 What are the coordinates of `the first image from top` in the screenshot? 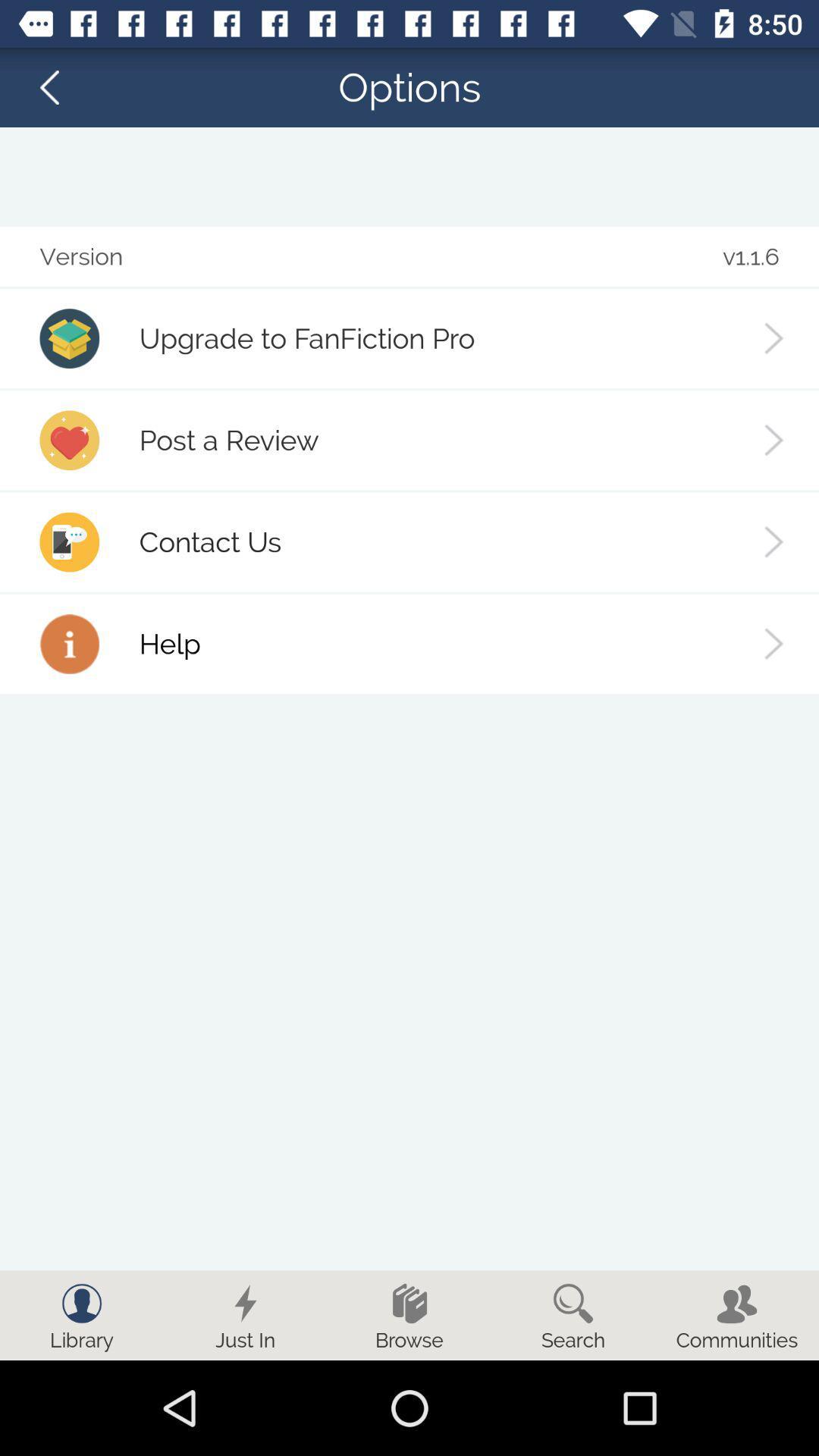 It's located at (70, 337).